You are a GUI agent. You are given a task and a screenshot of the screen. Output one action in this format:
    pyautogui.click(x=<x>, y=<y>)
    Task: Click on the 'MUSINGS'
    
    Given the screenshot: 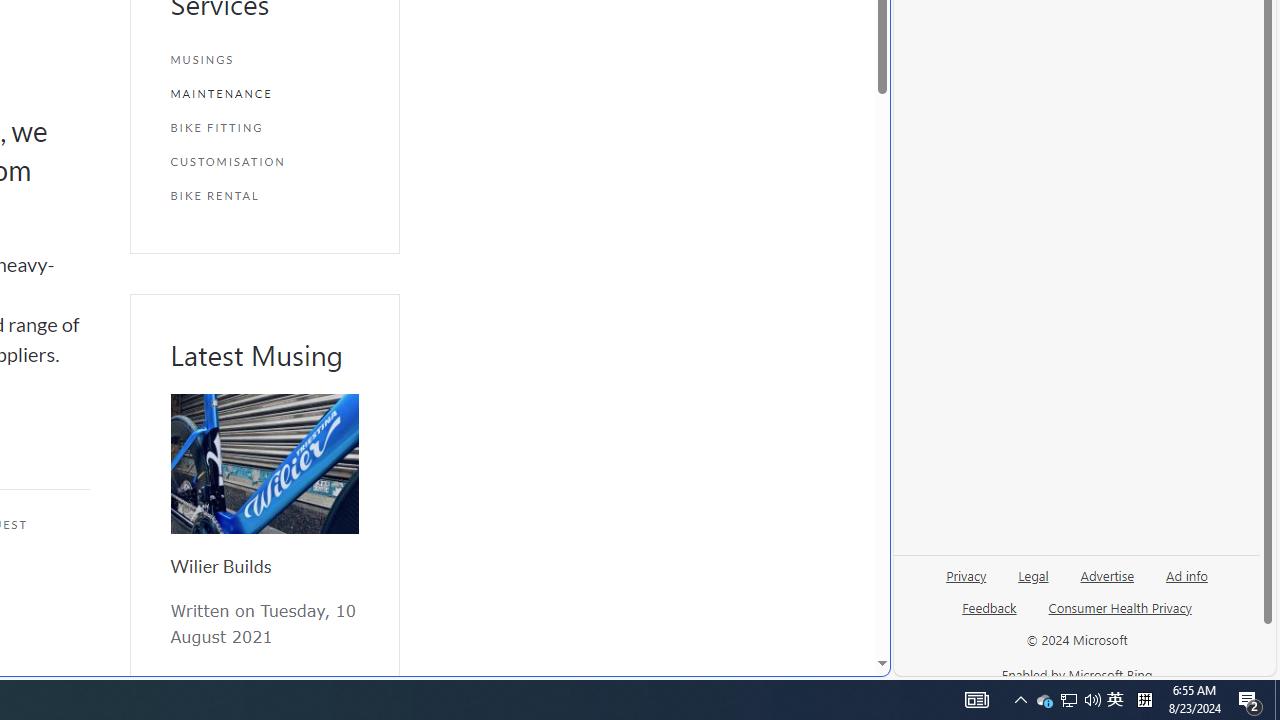 What is the action you would take?
    pyautogui.click(x=263, y=59)
    